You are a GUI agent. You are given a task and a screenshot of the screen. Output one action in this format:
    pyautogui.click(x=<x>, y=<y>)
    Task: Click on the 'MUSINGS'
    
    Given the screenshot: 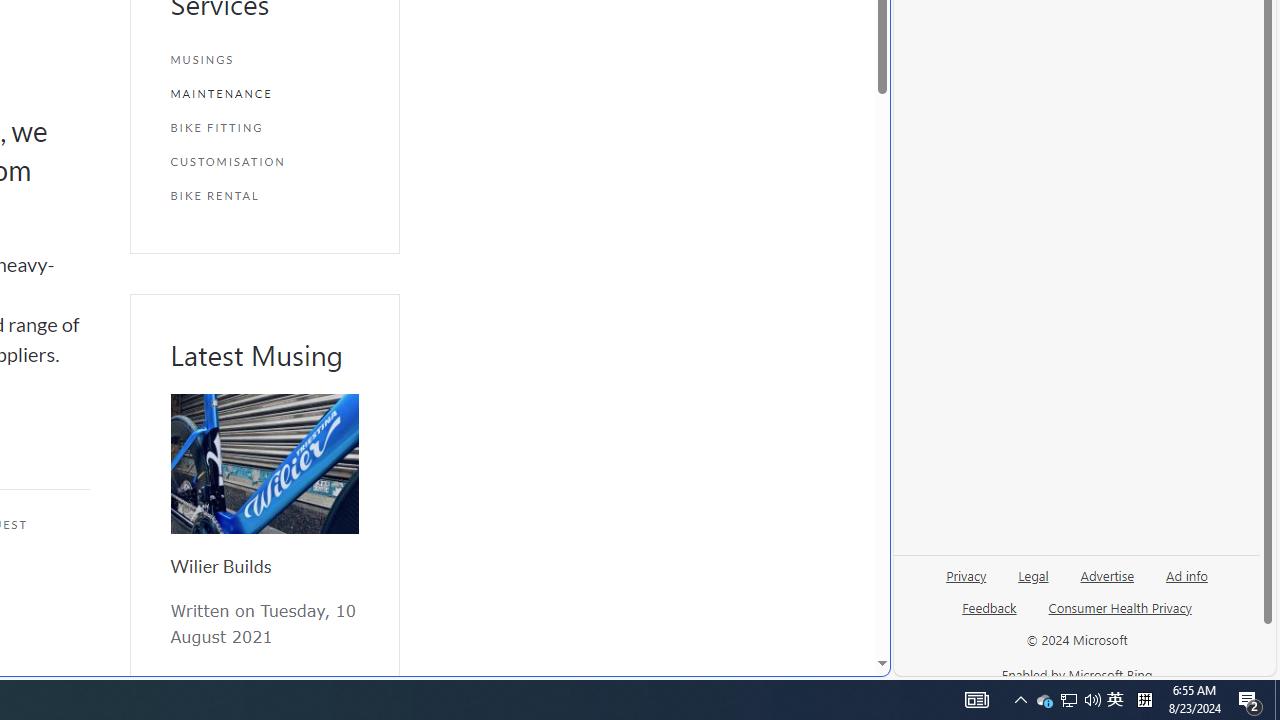 What is the action you would take?
    pyautogui.click(x=263, y=59)
    